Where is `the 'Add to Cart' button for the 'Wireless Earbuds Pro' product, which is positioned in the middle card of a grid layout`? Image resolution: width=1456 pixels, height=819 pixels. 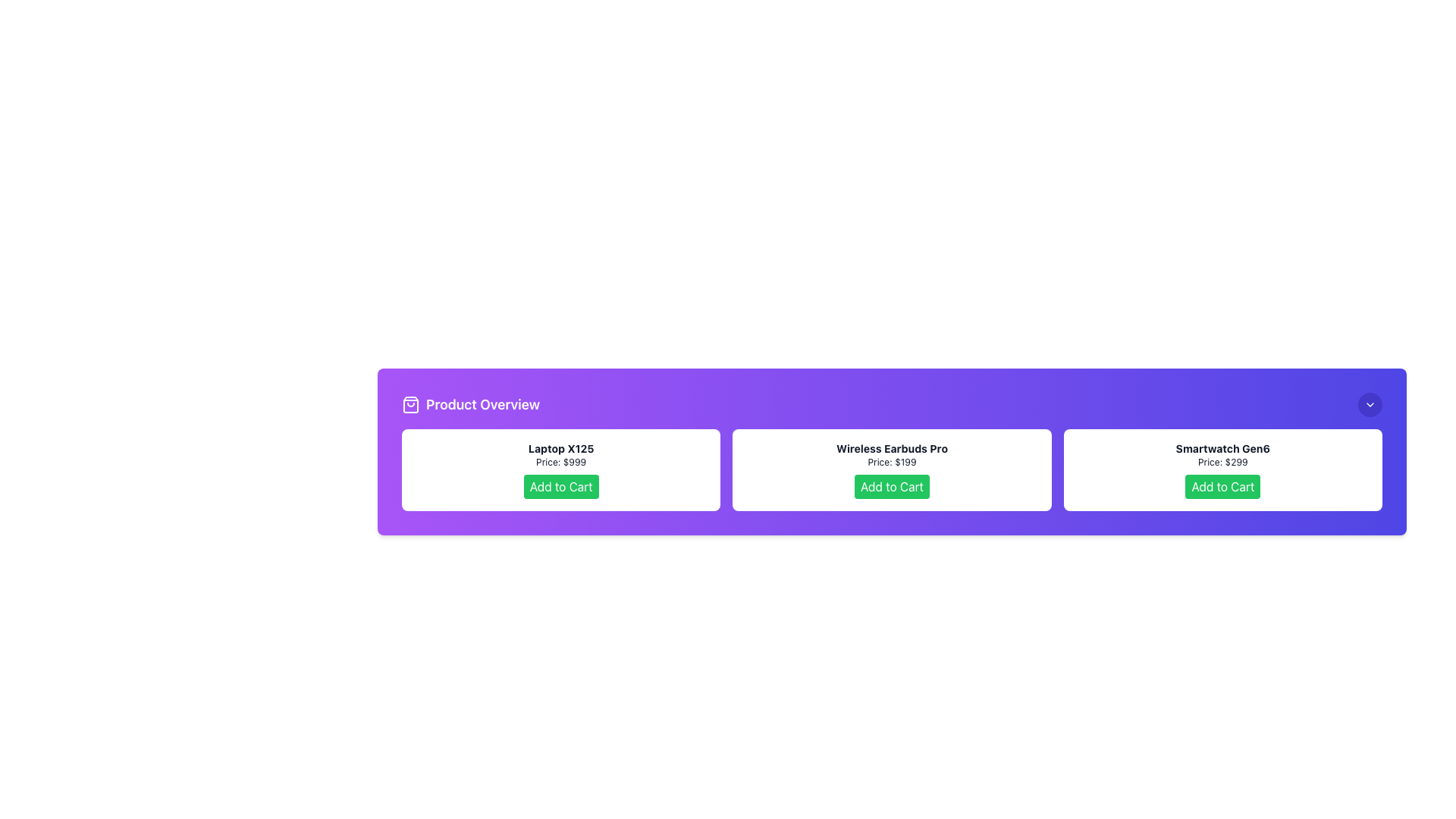 the 'Add to Cart' button for the 'Wireless Earbuds Pro' product, which is positioned in the middle card of a grid layout is located at coordinates (892, 469).